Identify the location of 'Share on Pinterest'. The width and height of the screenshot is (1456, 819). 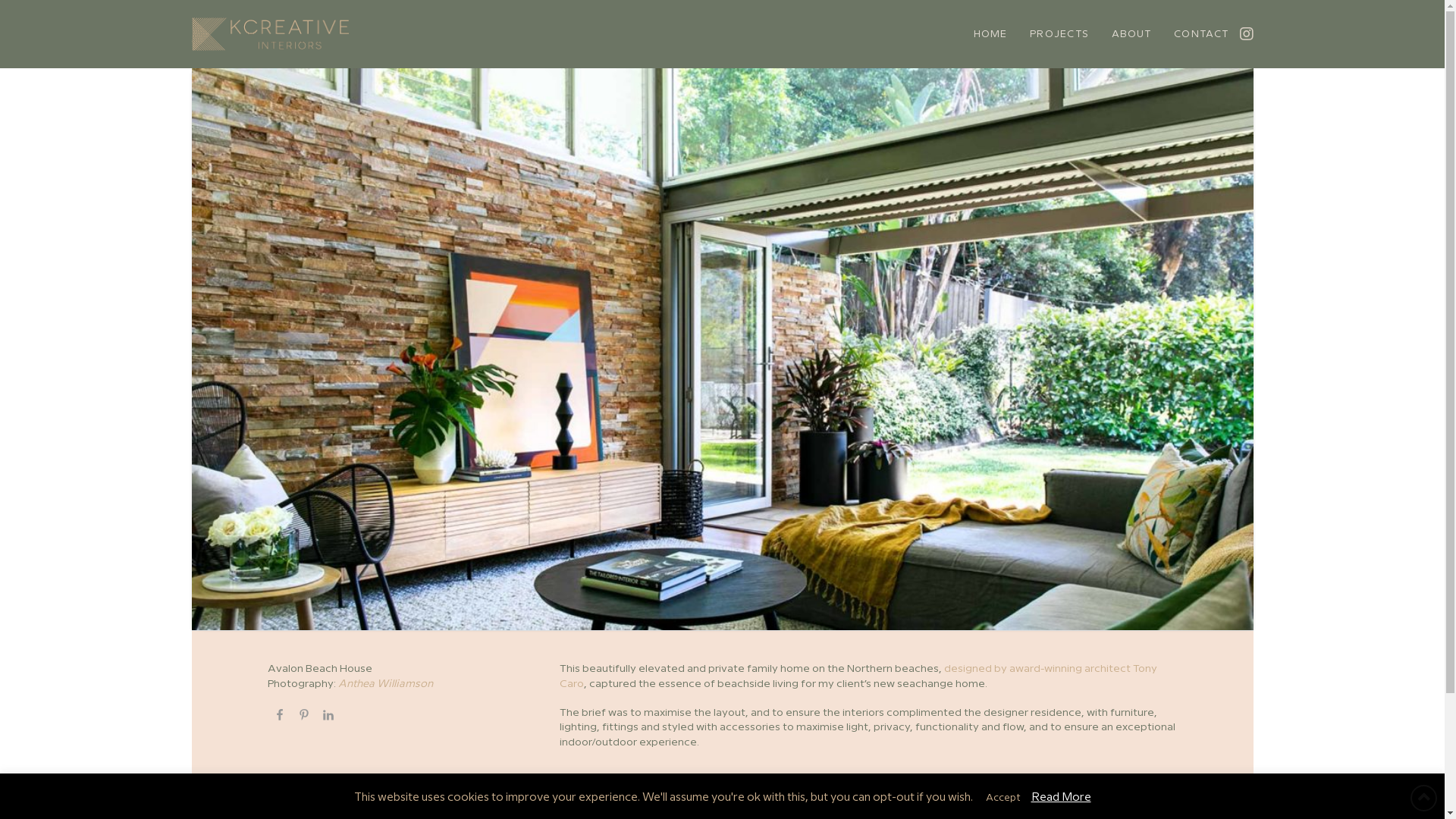
(303, 717).